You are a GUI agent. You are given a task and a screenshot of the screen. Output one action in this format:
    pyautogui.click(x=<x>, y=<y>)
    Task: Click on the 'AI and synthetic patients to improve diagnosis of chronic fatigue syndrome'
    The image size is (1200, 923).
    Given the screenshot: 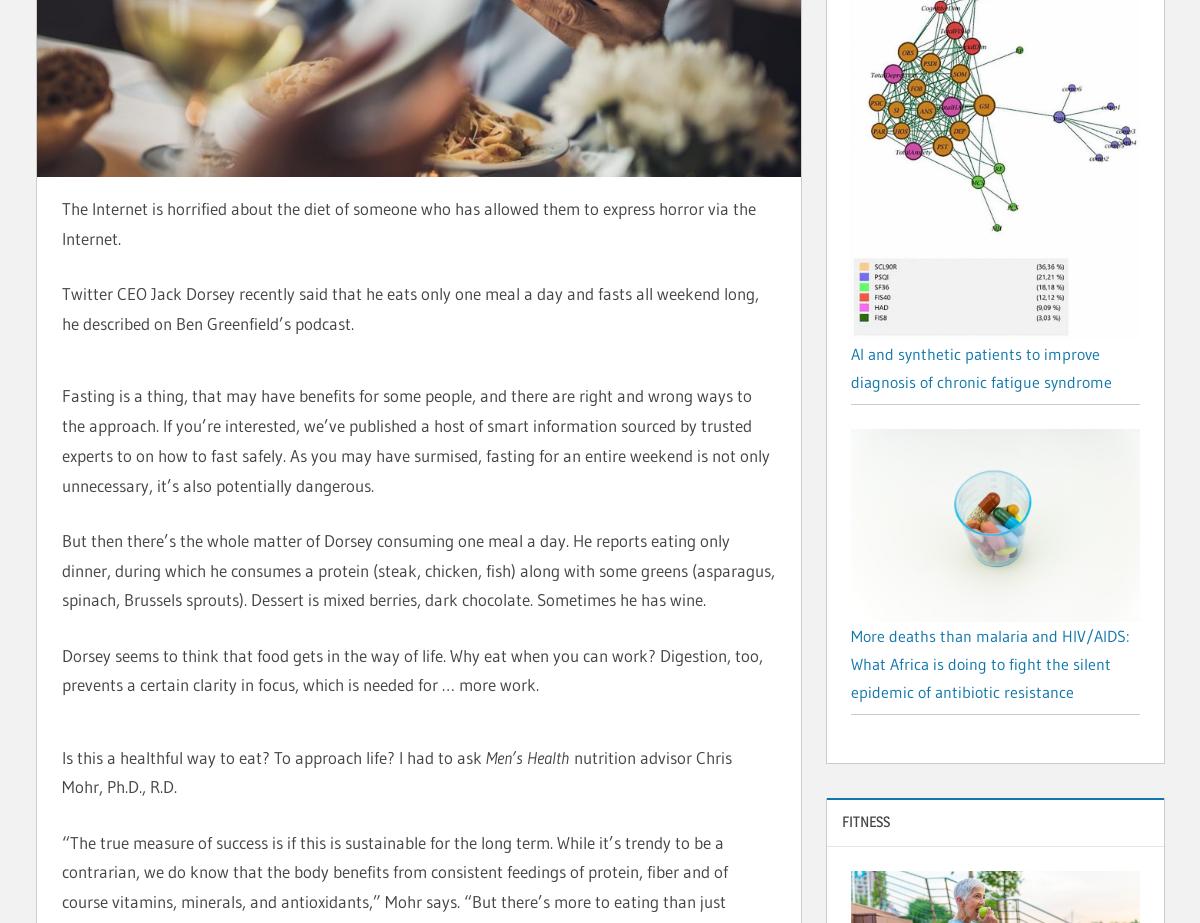 What is the action you would take?
    pyautogui.click(x=980, y=368)
    